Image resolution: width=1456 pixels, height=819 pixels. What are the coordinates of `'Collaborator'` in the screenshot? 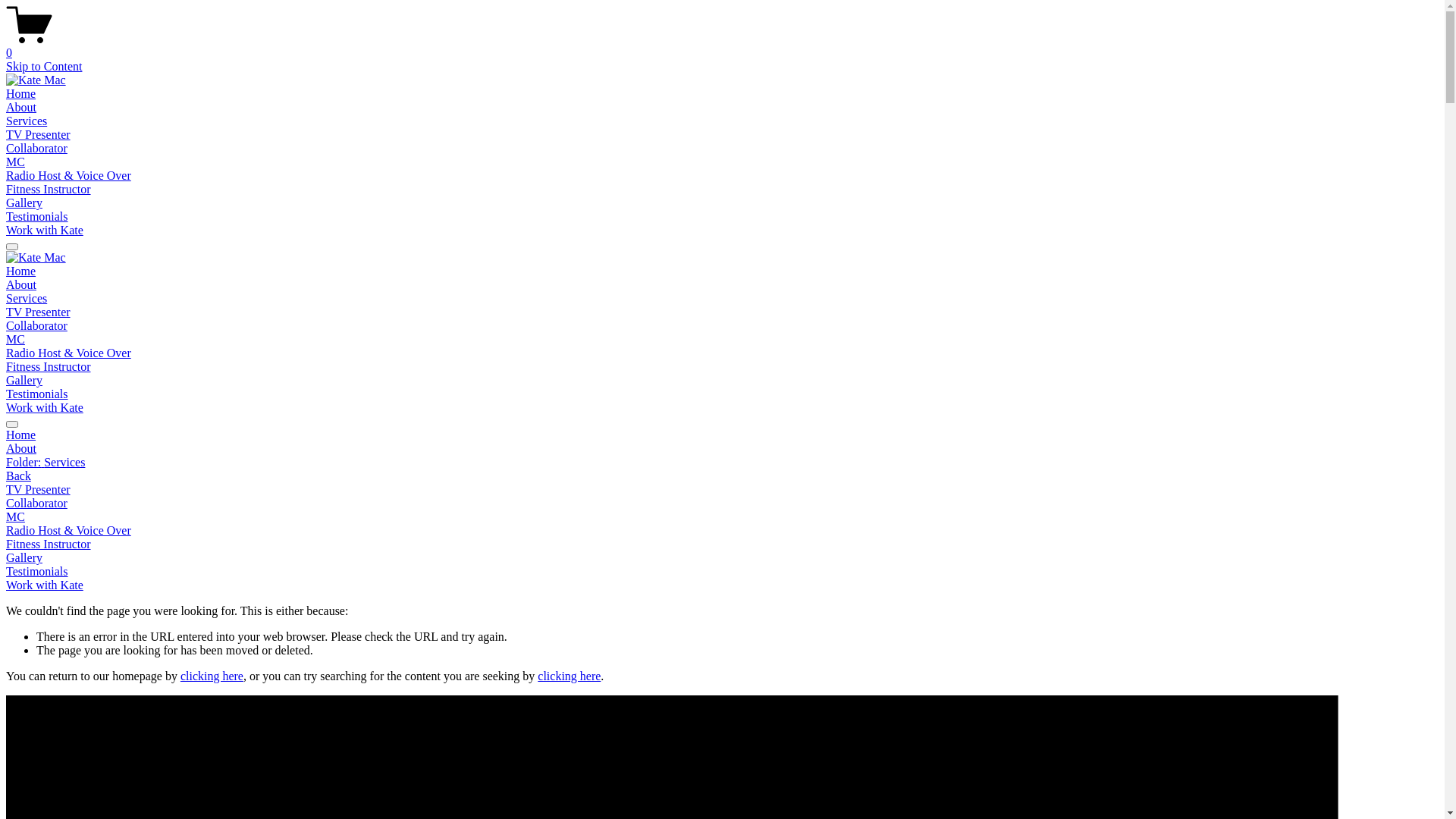 It's located at (6, 503).